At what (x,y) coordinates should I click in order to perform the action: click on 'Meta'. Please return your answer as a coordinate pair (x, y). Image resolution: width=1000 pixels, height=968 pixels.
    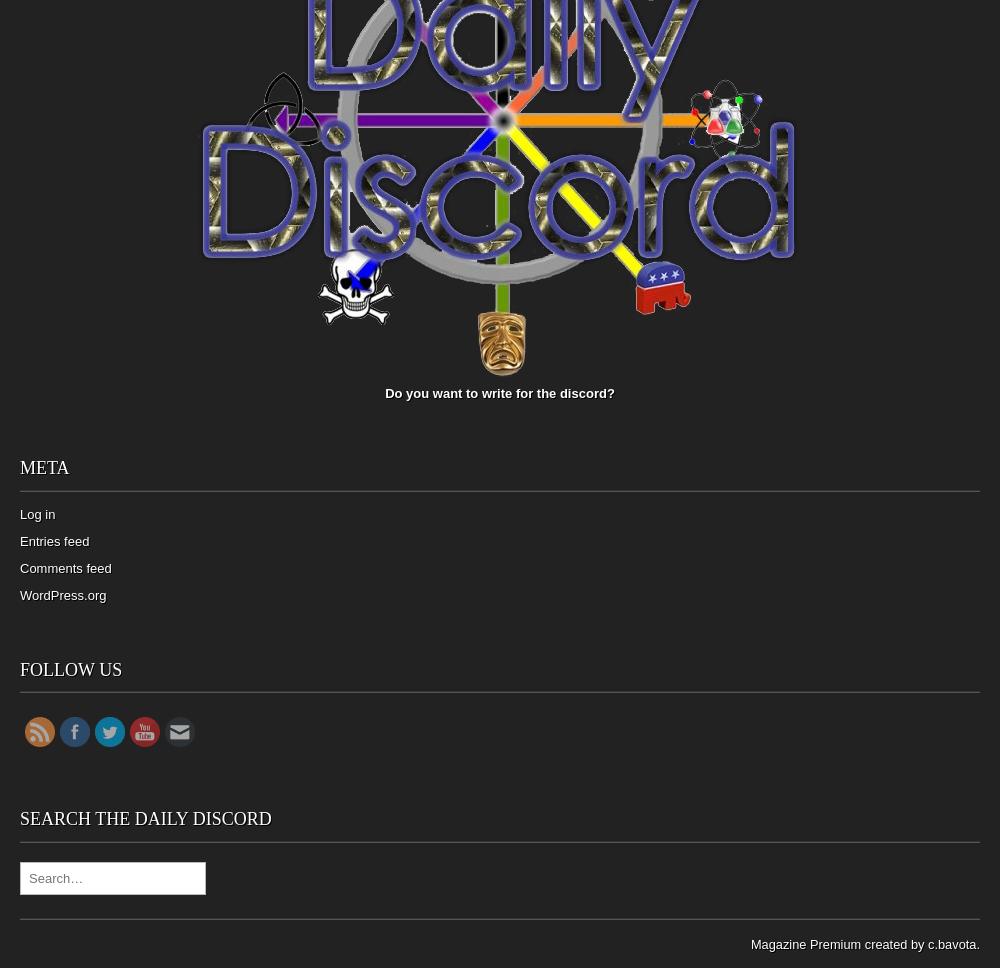
    Looking at the image, I should click on (20, 467).